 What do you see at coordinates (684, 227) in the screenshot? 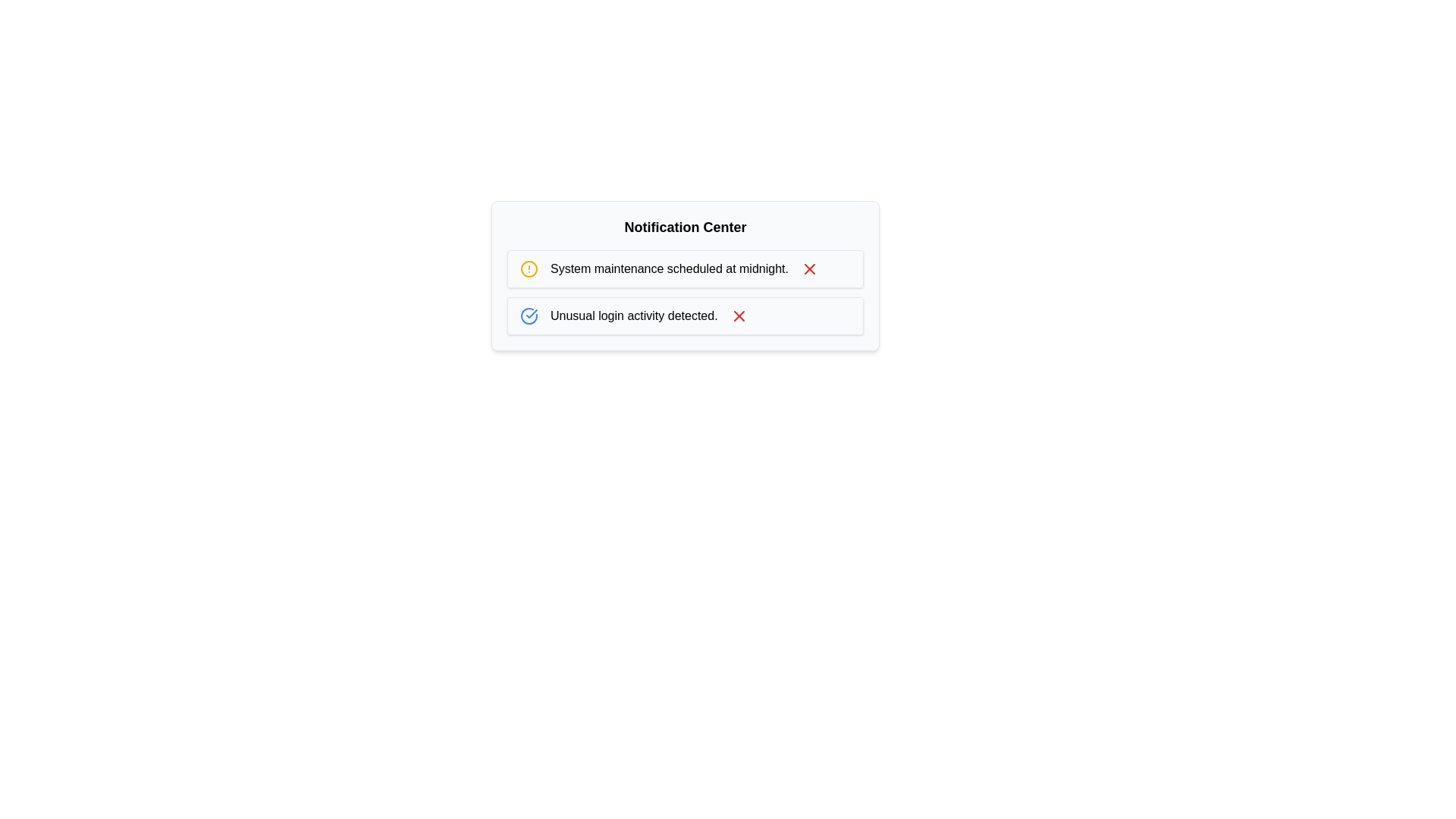
I see `the bold text label displaying 'Notification Center' at the top of the notification card` at bounding box center [684, 227].